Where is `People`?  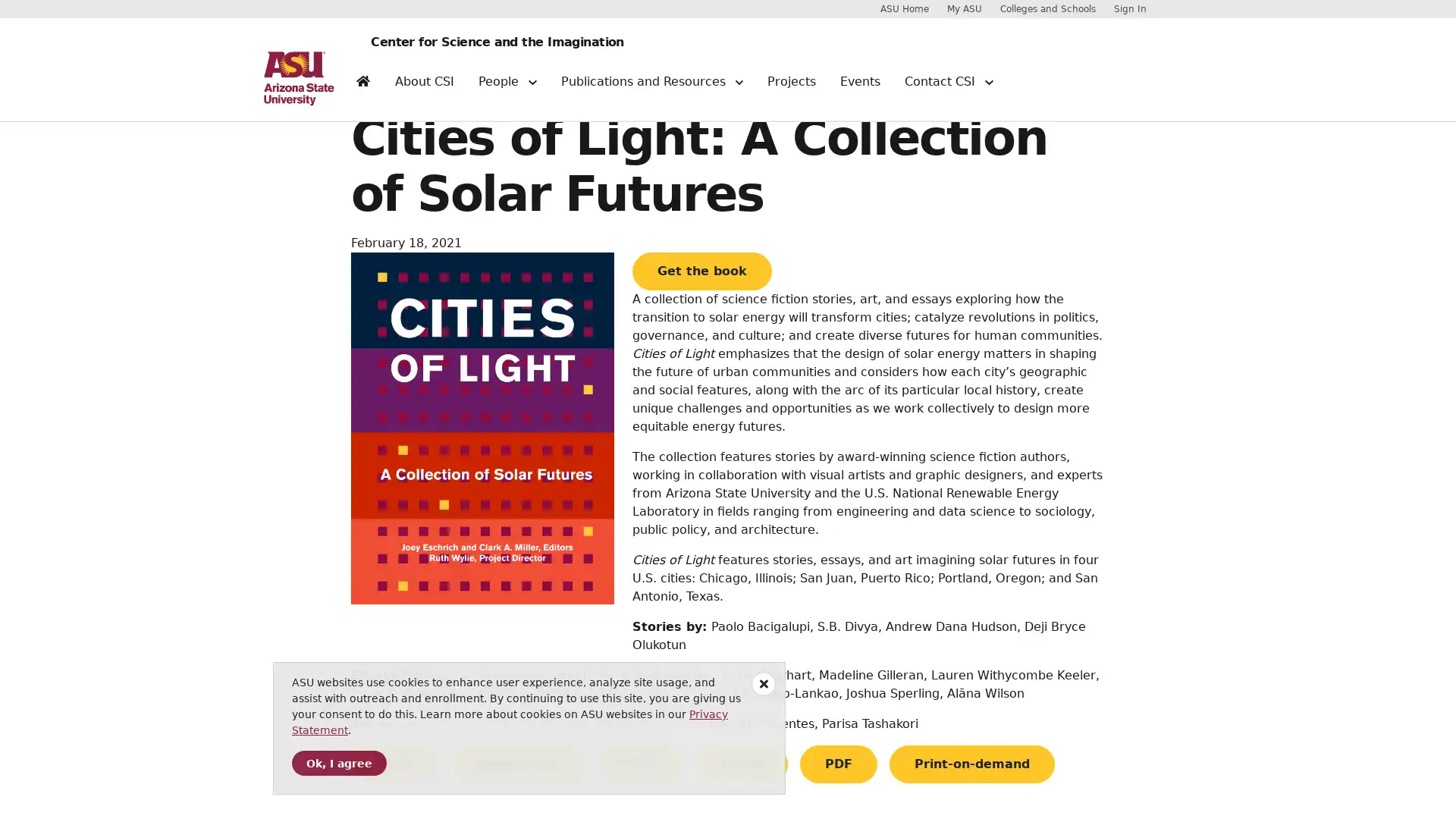 People is located at coordinates (507, 87).